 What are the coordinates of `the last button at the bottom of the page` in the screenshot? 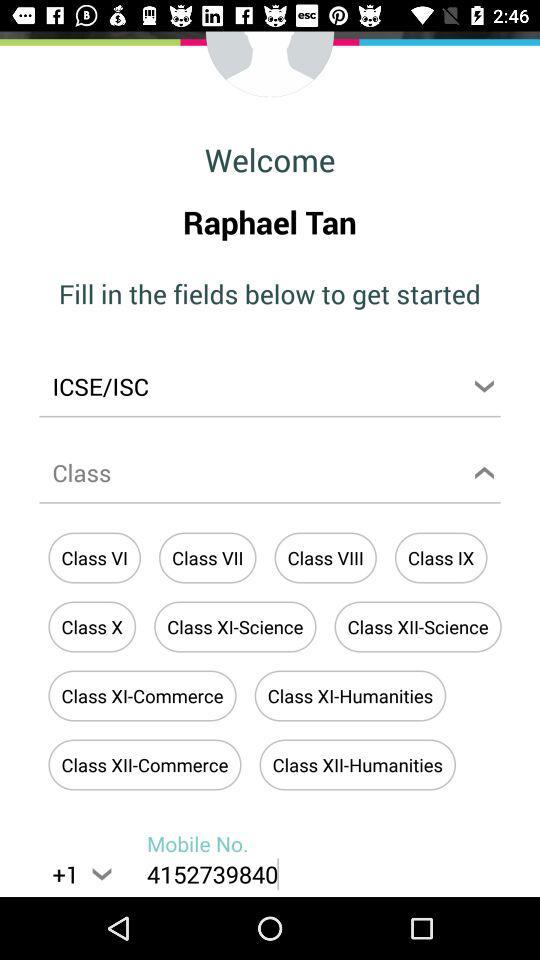 It's located at (357, 764).